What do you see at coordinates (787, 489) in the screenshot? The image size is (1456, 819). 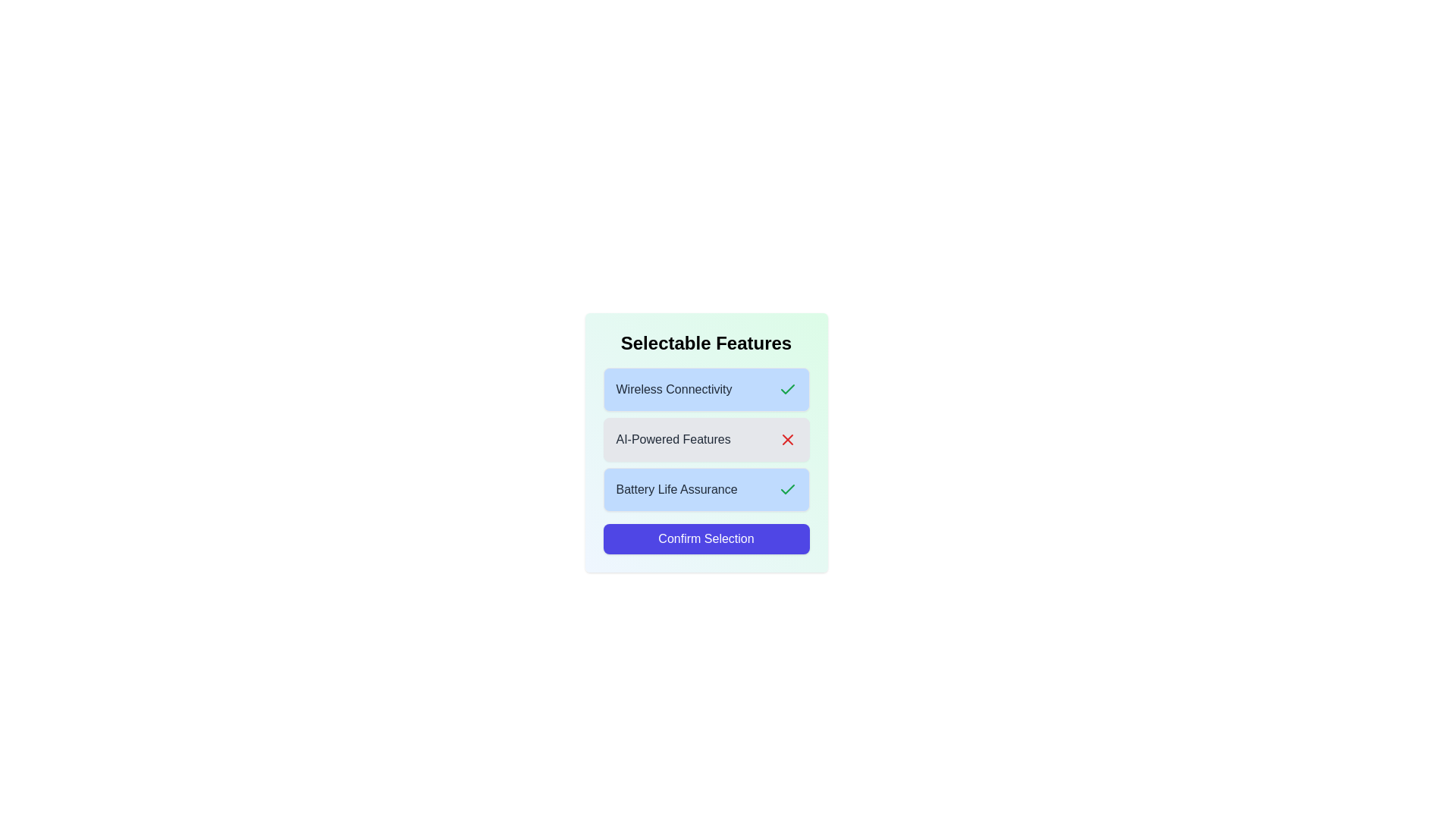 I see `the green checkmark icon next to the 'Battery Life Assurance' text for visual confirmation` at bounding box center [787, 489].